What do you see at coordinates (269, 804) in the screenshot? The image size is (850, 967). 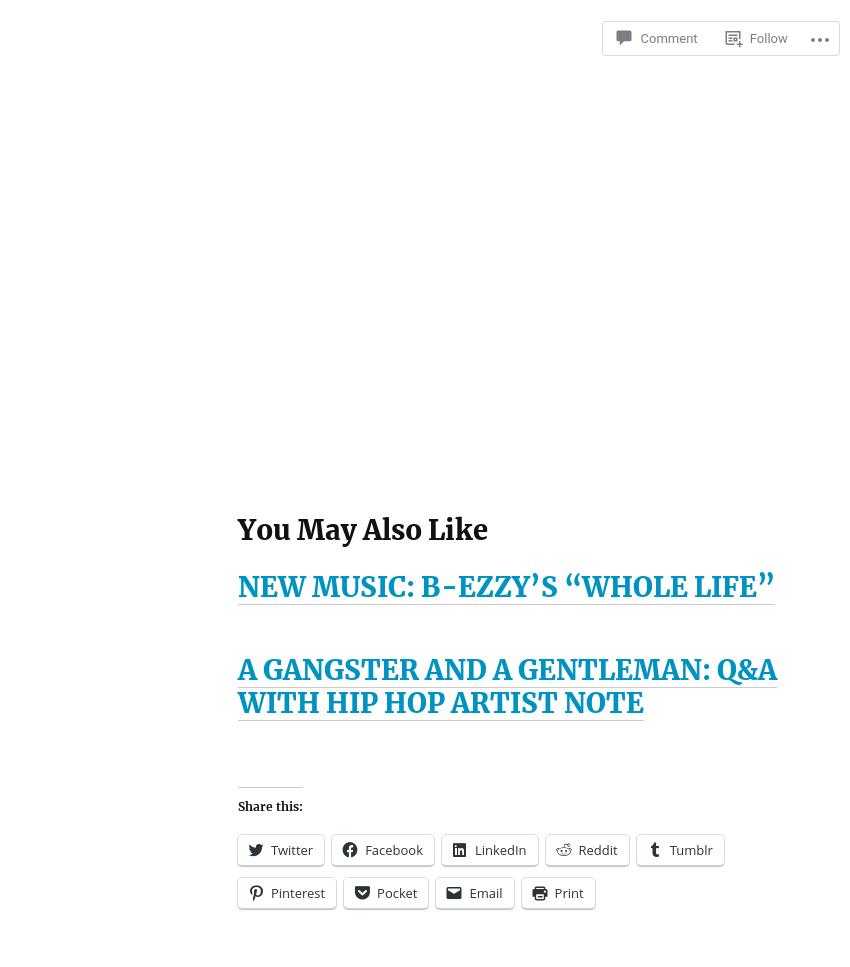 I see `'Share this:'` at bounding box center [269, 804].